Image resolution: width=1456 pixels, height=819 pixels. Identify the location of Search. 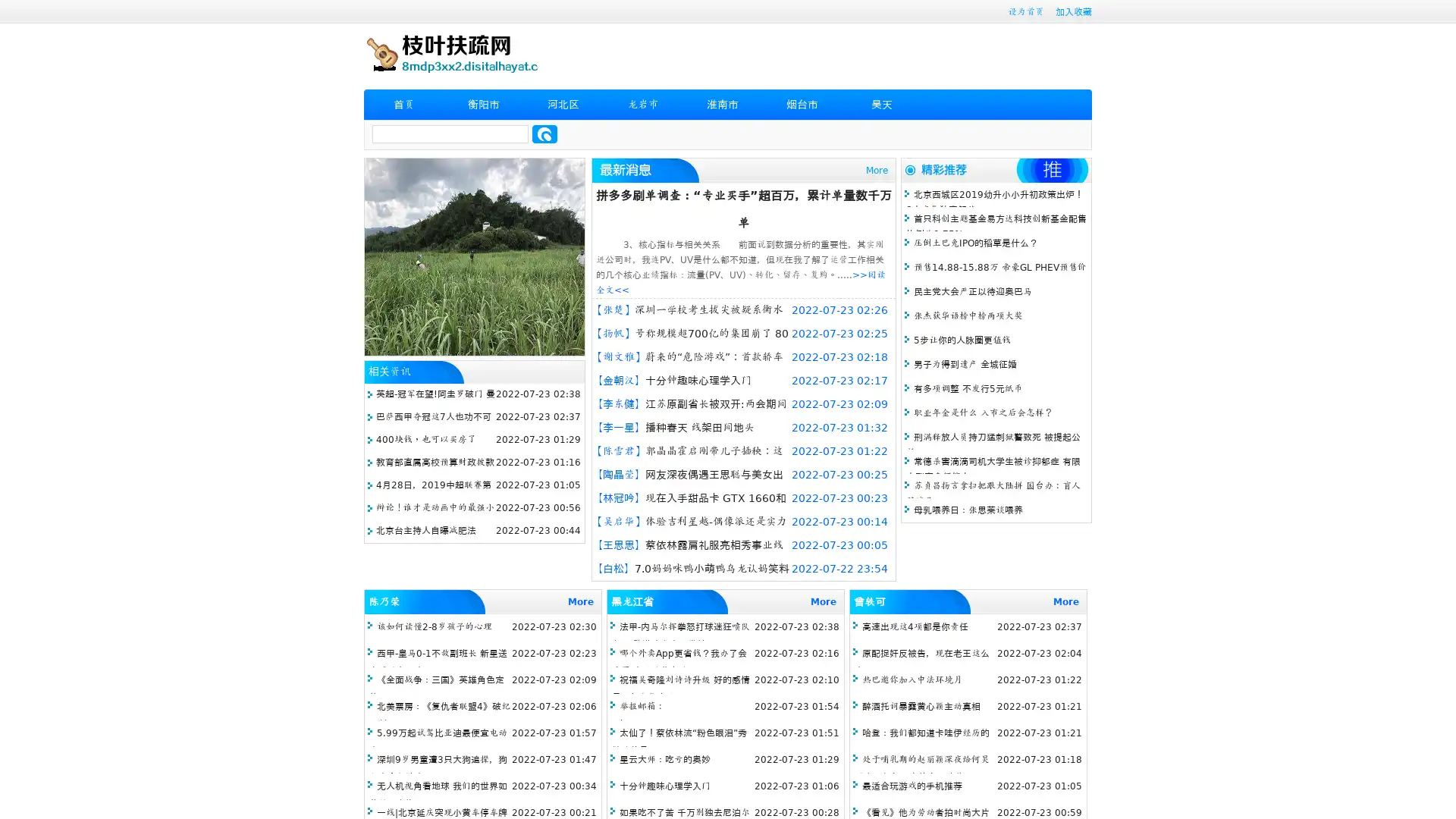
(544, 133).